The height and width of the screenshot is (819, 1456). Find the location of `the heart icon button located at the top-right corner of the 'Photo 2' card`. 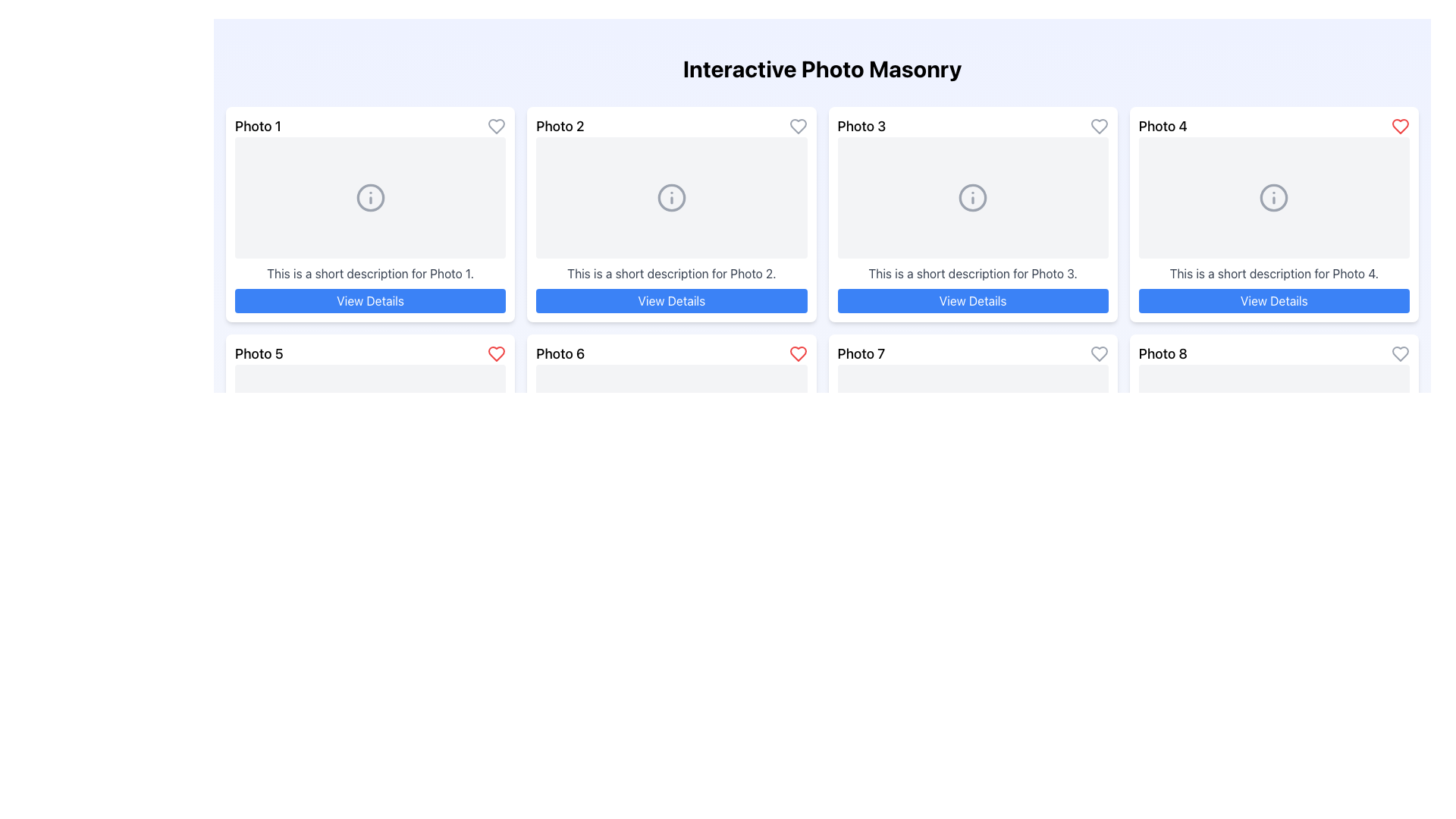

the heart icon button located at the top-right corner of the 'Photo 2' card is located at coordinates (797, 125).